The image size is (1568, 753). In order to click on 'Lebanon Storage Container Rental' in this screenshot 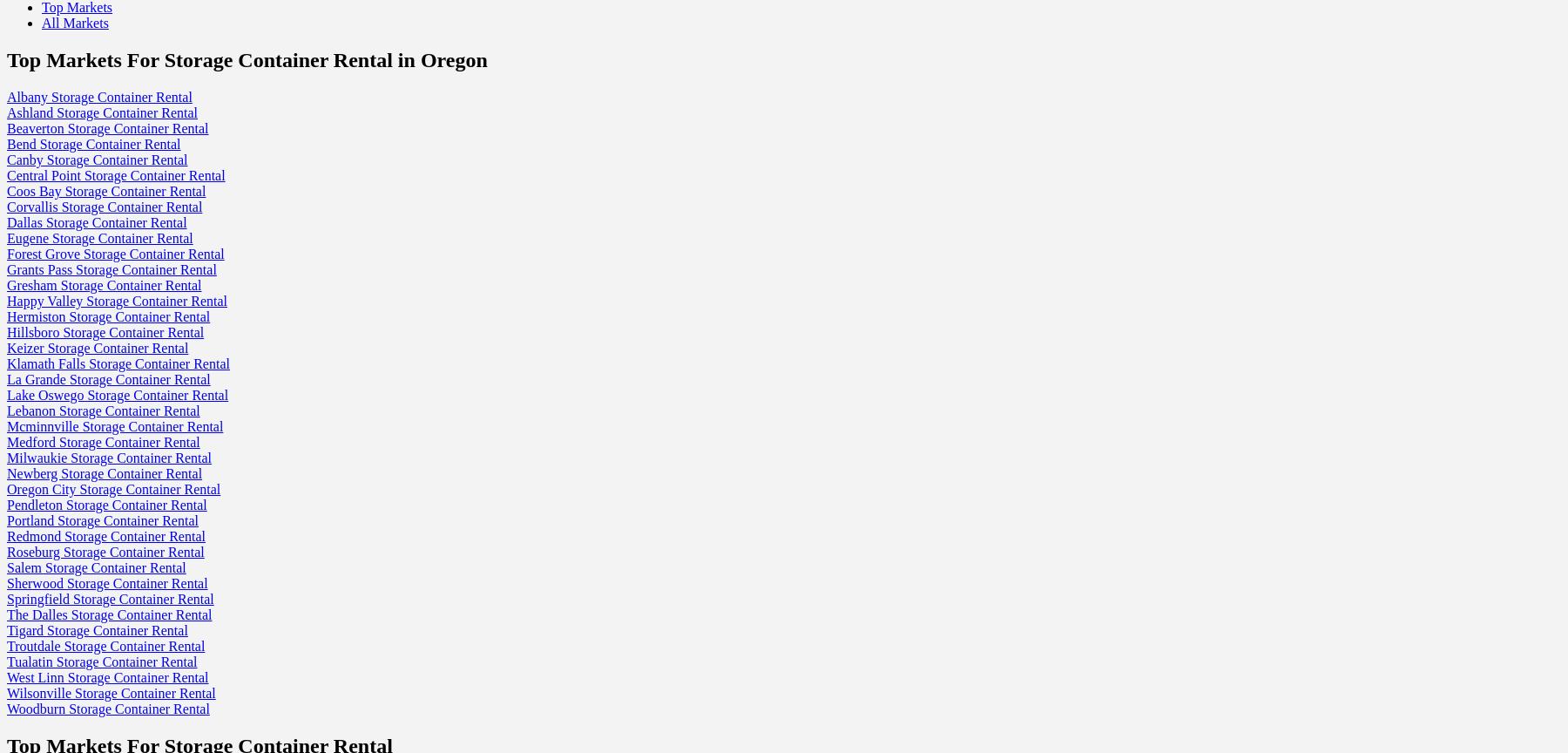, I will do `click(103, 410)`.